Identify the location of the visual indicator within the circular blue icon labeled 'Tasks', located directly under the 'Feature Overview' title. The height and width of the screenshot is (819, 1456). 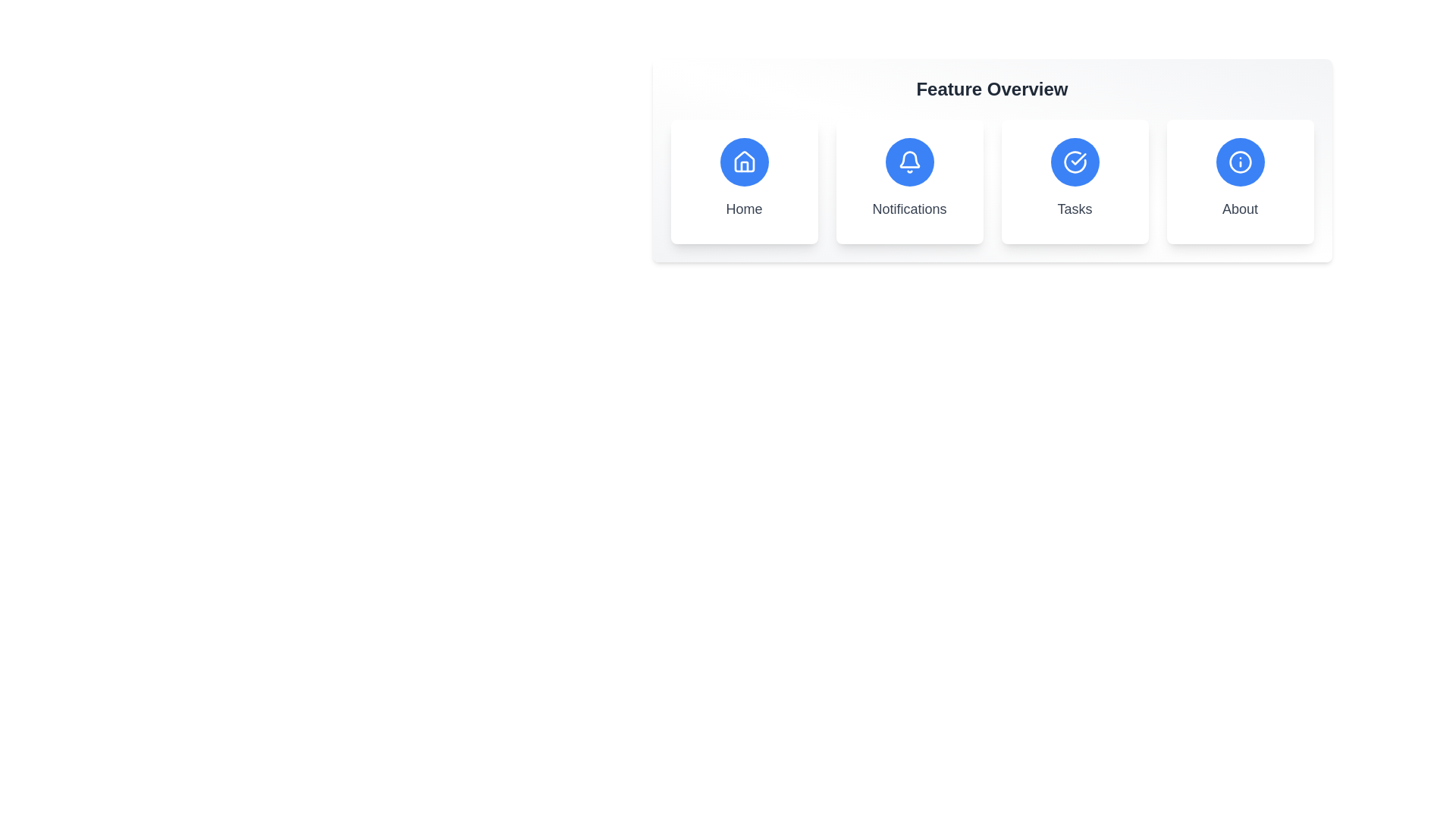
(1078, 158).